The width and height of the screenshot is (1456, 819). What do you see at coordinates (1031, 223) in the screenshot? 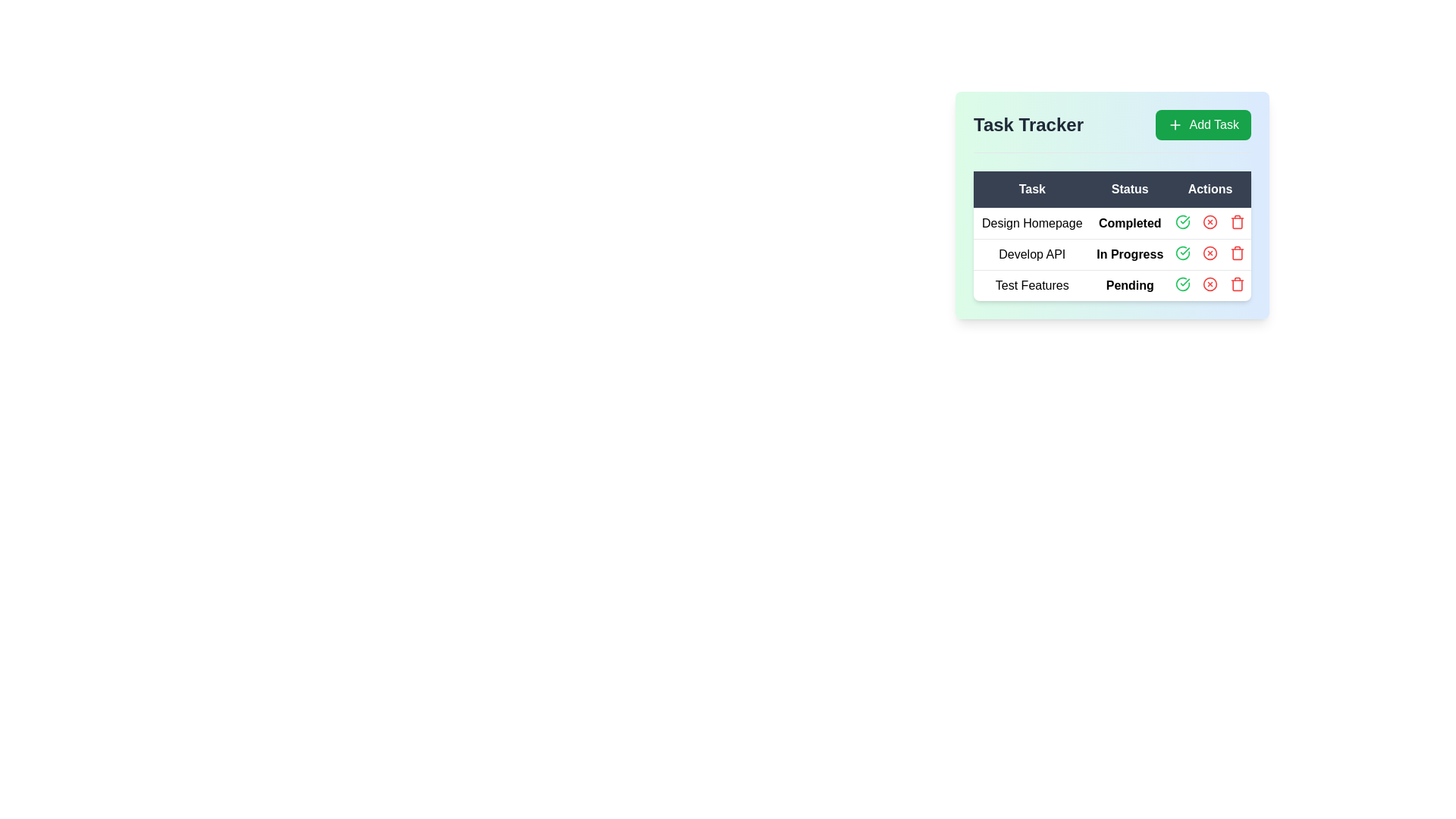
I see `the 'Design Homepage' text label located in the first row under the 'Task' column of the table` at bounding box center [1031, 223].